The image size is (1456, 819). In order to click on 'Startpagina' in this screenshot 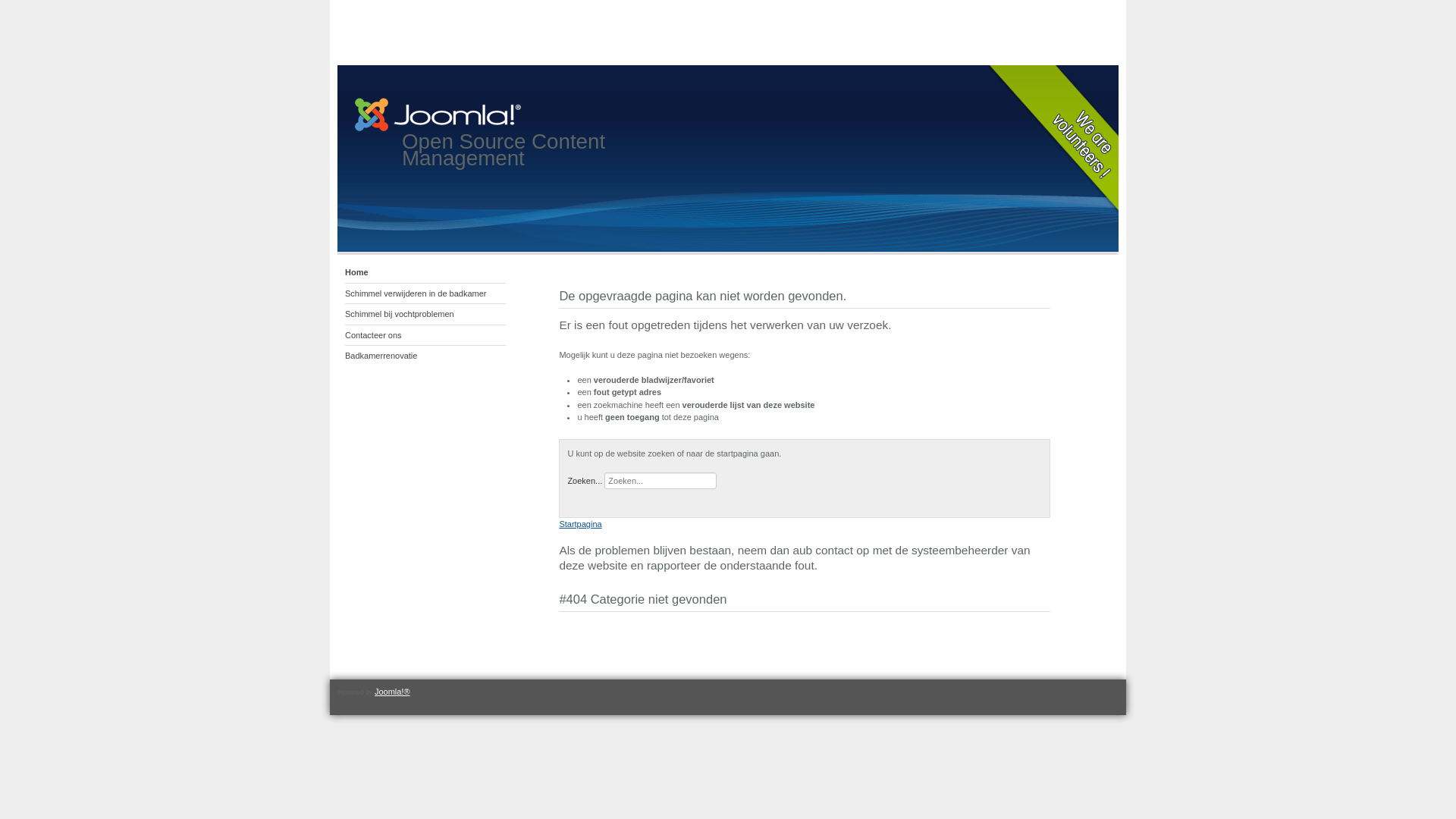, I will do `click(558, 522)`.